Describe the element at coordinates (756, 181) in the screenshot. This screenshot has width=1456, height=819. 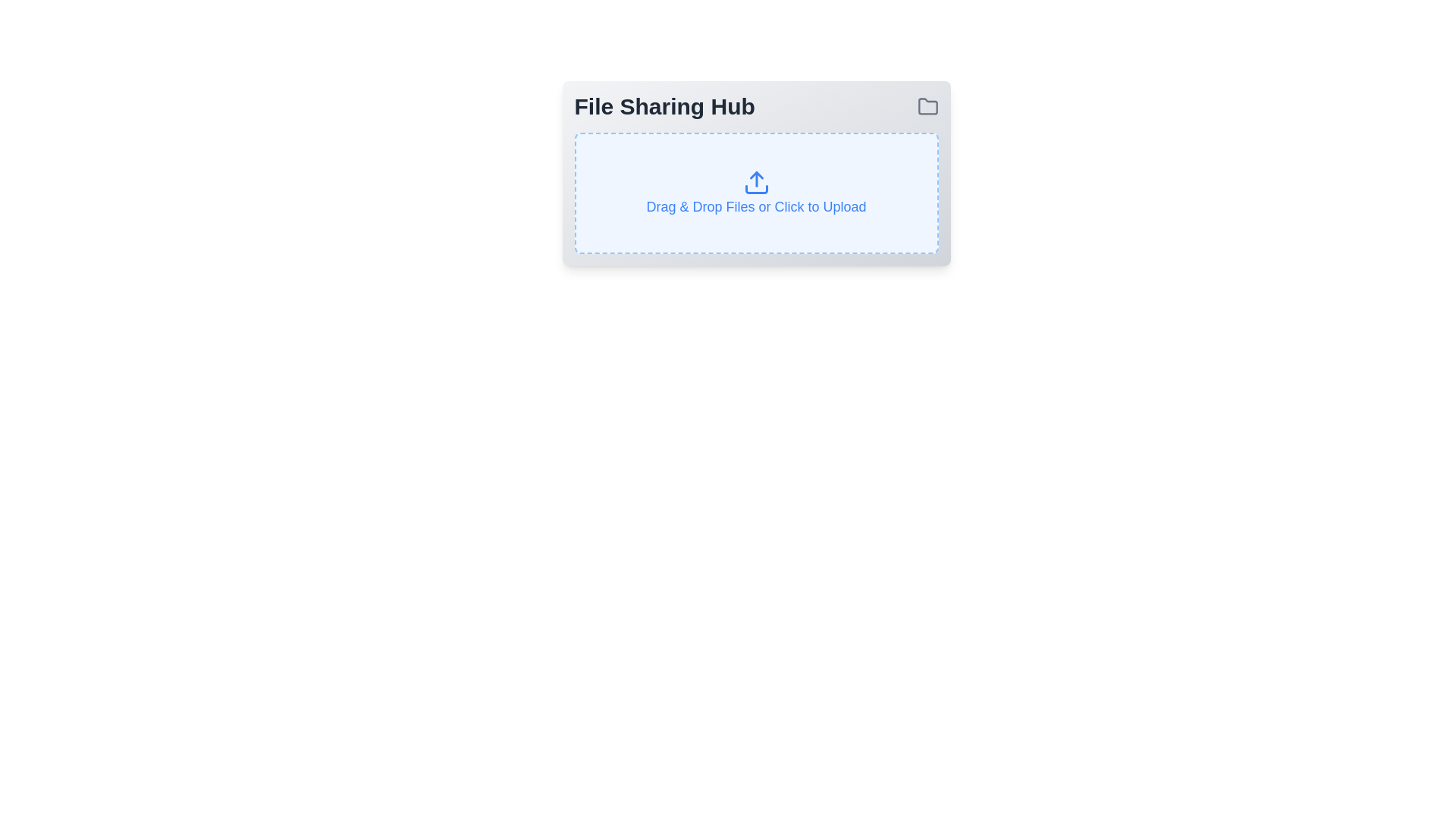
I see `the graphical icon in the 'File Sharing Hub' area to initiate file upload` at that location.